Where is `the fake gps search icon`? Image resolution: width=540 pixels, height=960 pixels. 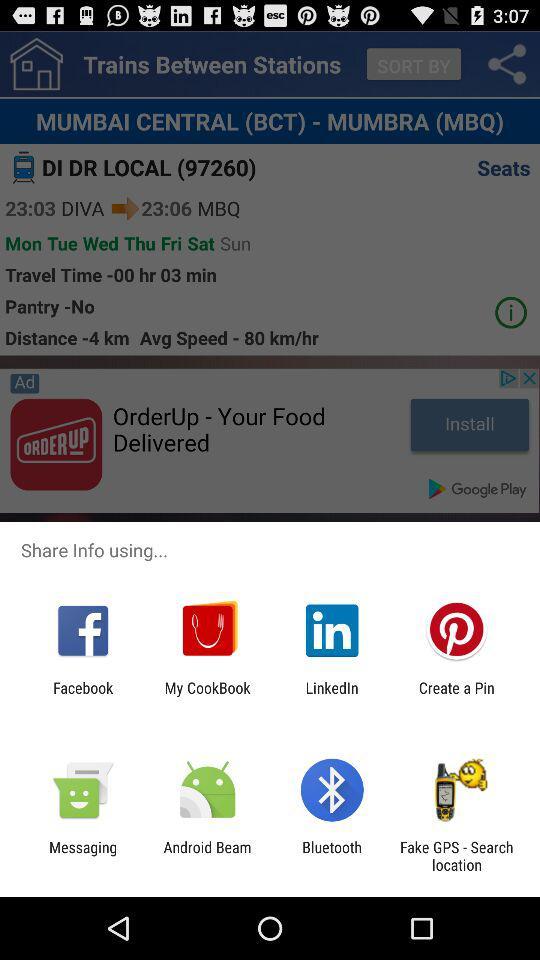
the fake gps search icon is located at coordinates (456, 855).